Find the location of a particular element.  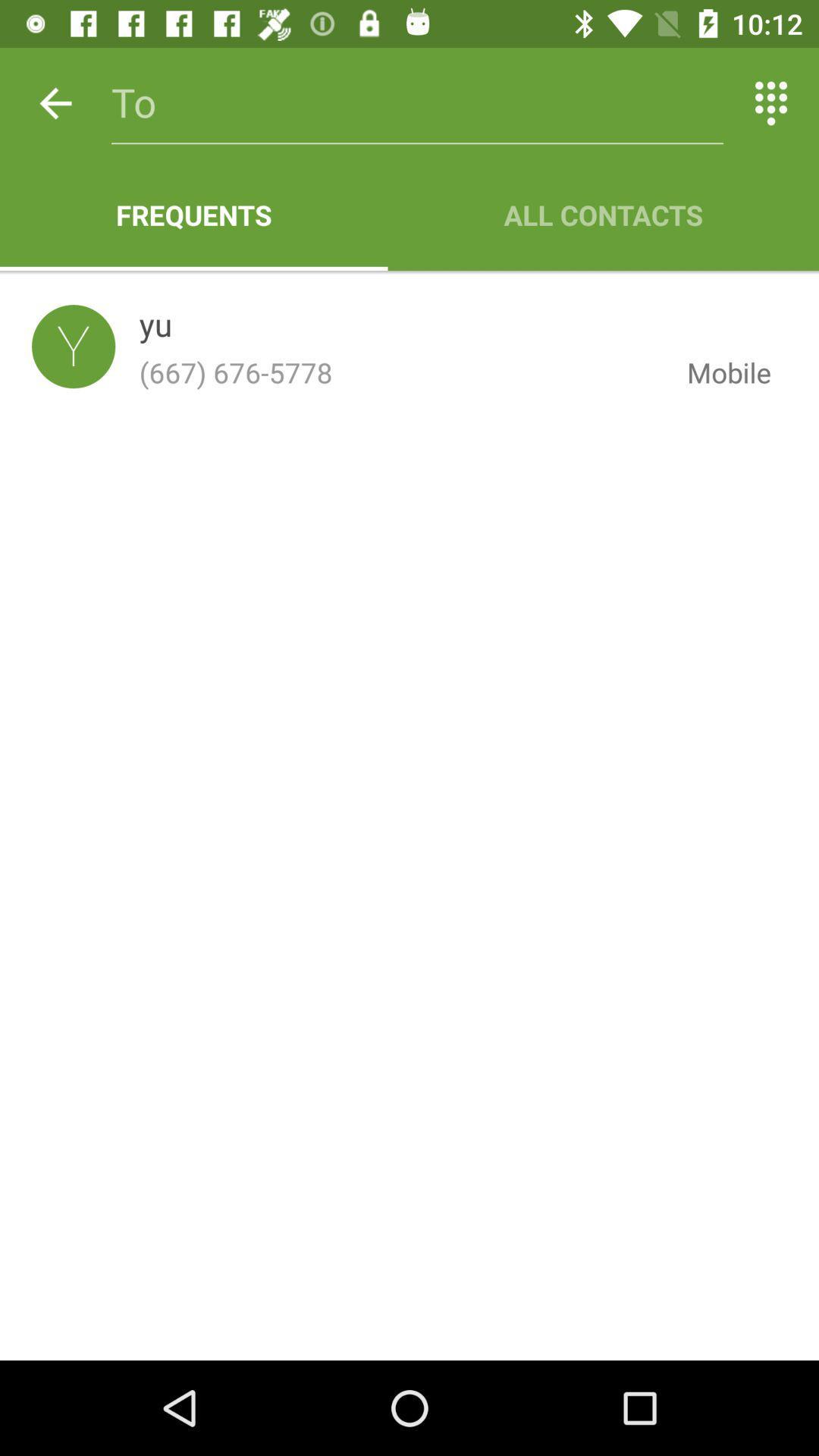

the icon to the left of the all contacts icon is located at coordinates (193, 214).